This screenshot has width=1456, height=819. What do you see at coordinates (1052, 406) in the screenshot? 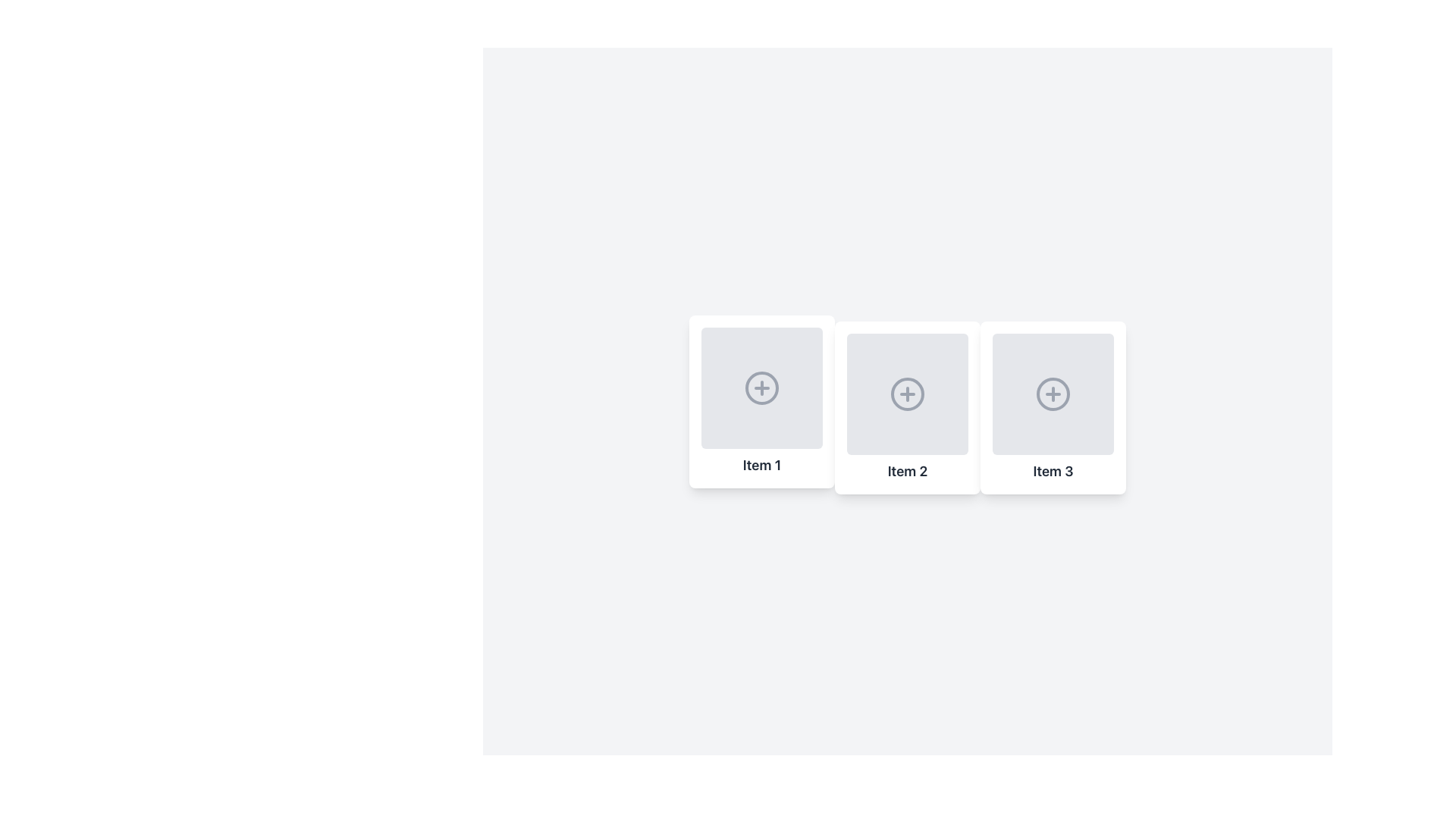
I see `the third item card in the horizontal list` at bounding box center [1052, 406].